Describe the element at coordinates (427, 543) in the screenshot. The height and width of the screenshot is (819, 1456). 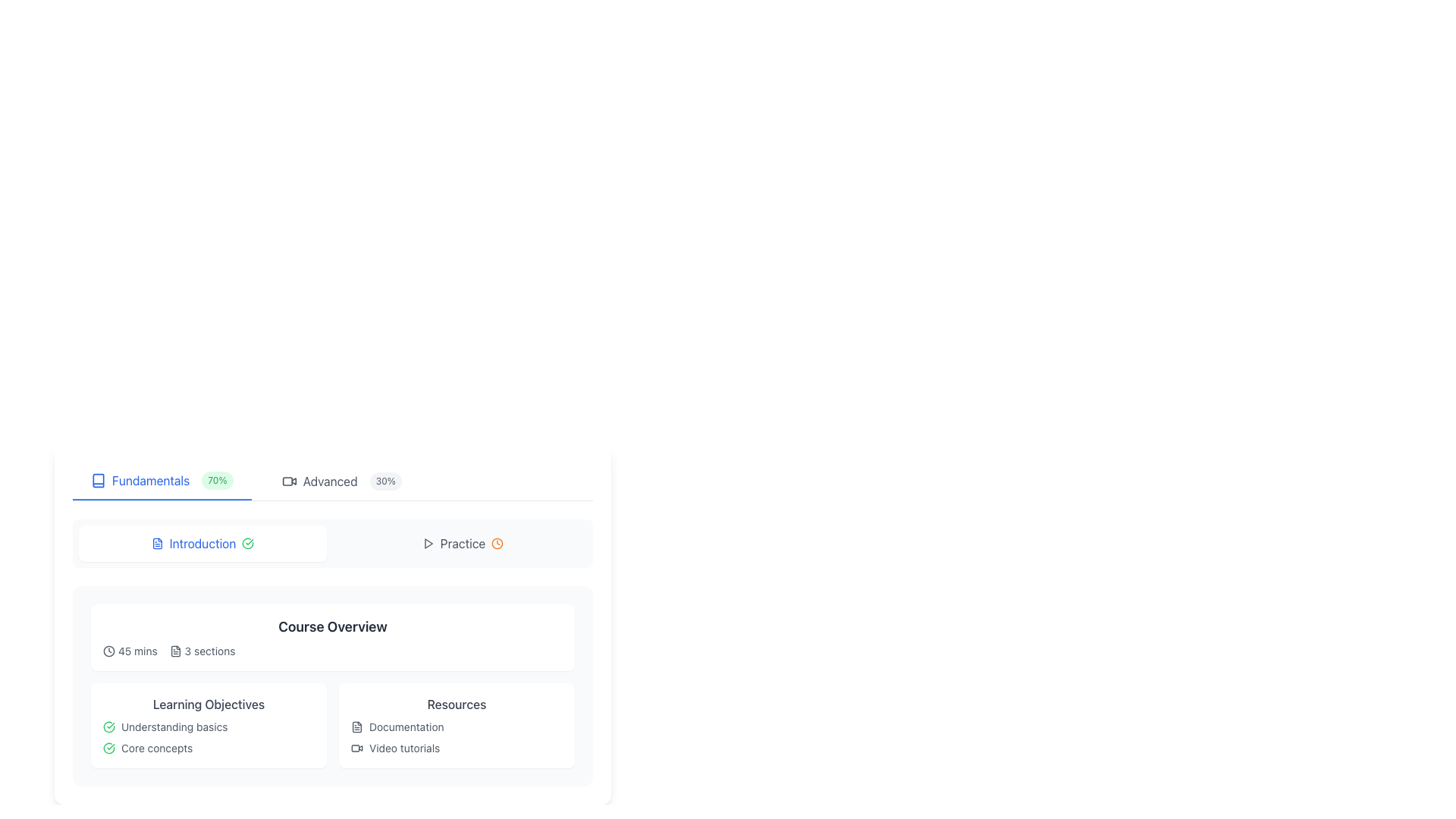
I see `the triangular 'play' icon, which is the first icon to the left within the 'Practice' button in the top navigation section` at that location.